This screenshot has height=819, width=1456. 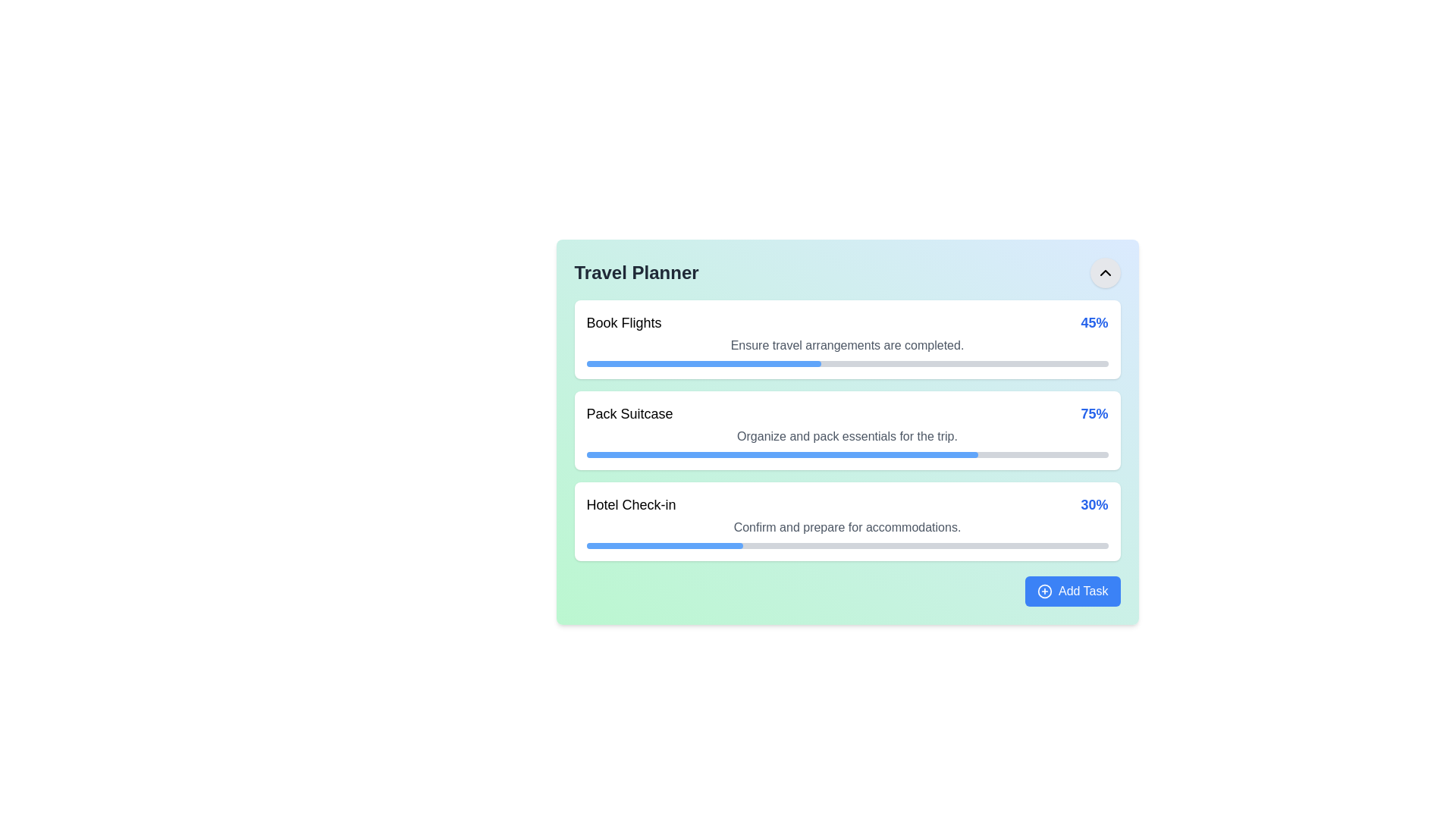 I want to click on the progress bar segment indicating the completion percentage of the 'Hotel Check-in' task located in the 'Travel Planner' section, so click(x=664, y=546).